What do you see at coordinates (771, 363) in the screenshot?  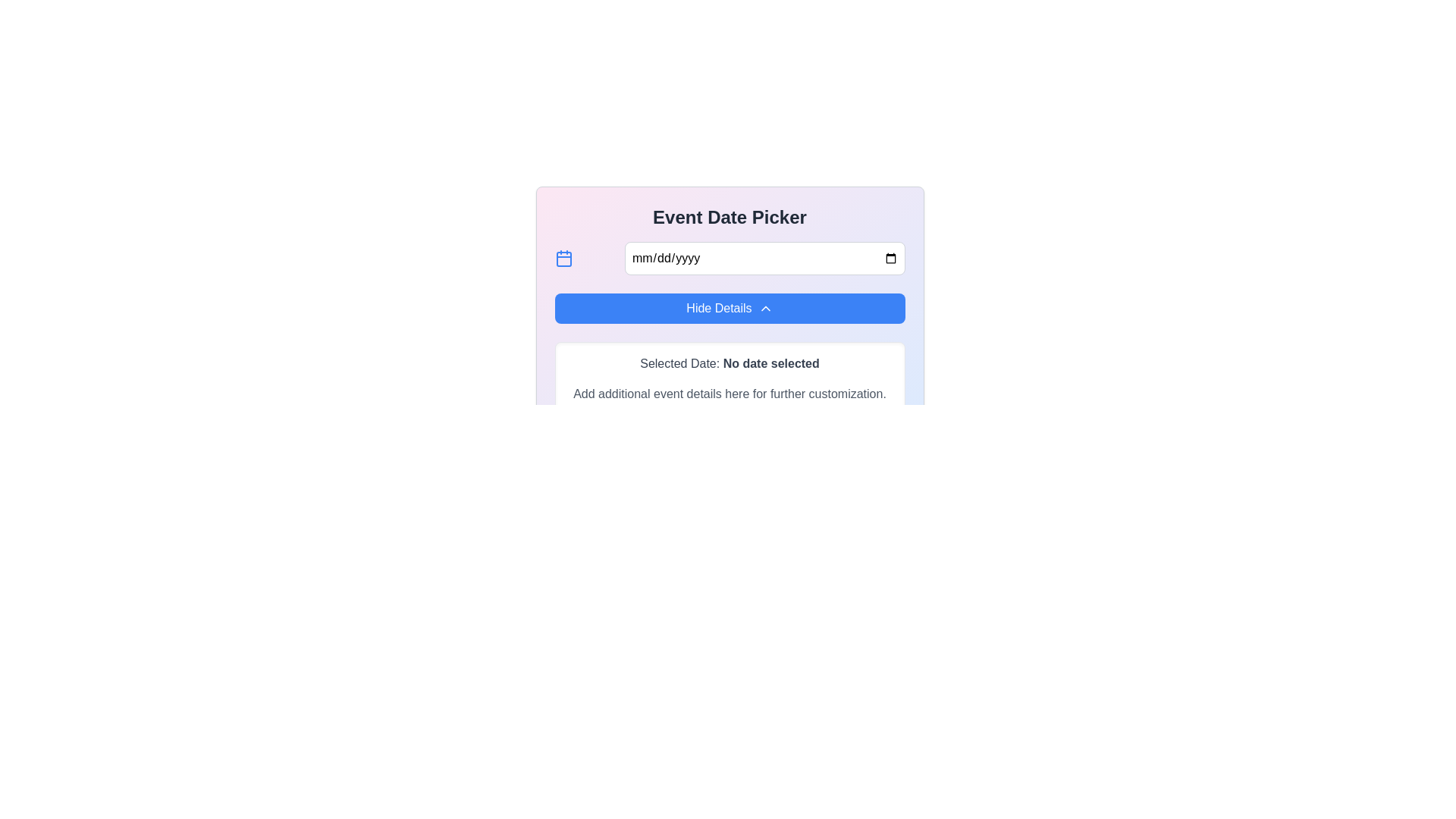 I see `the informational text label that indicates 'No date selected' in the date picker component` at bounding box center [771, 363].